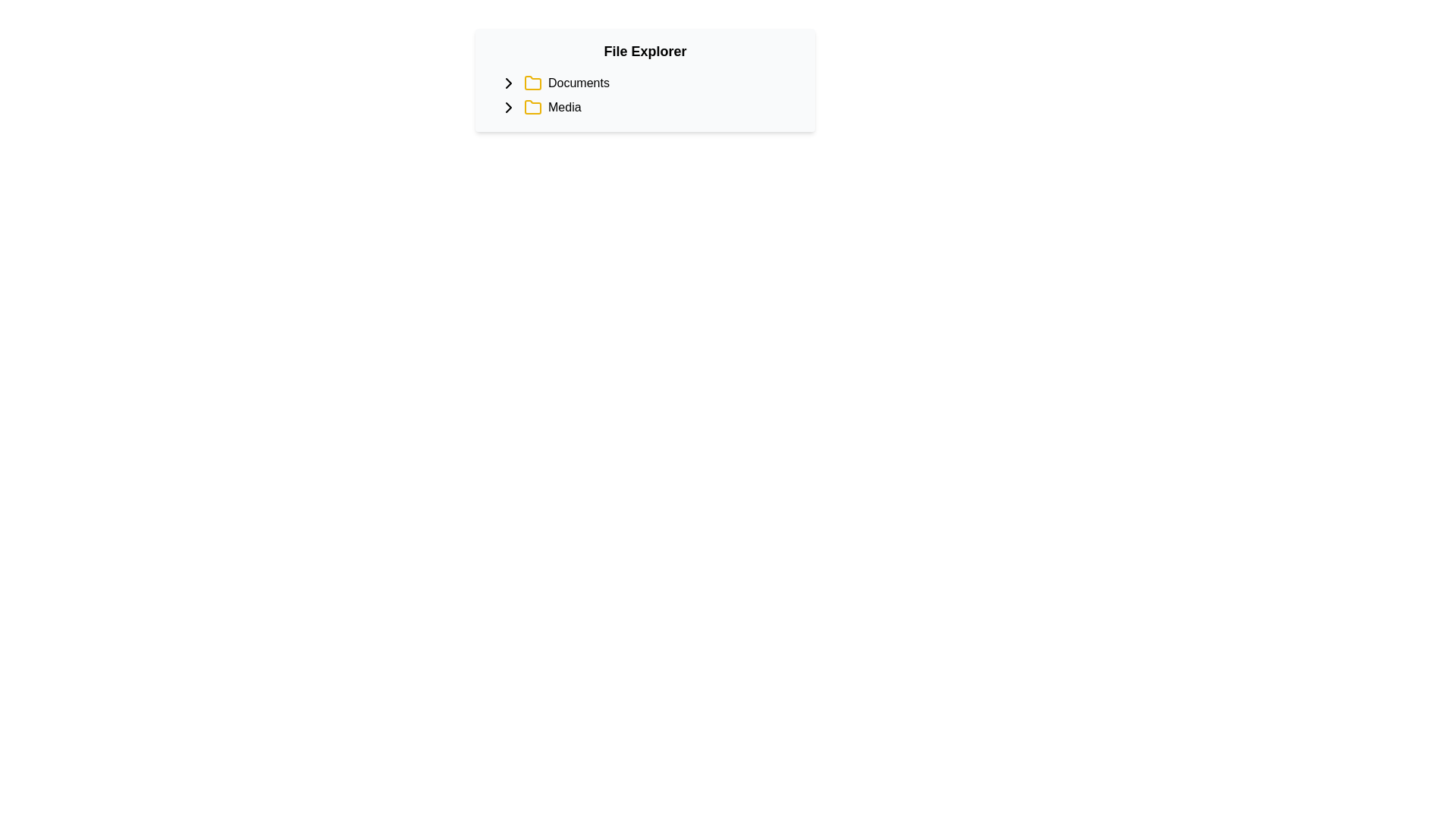  What do you see at coordinates (532, 107) in the screenshot?
I see `the yellow folder icon located to the left of the text labeled 'Media'` at bounding box center [532, 107].